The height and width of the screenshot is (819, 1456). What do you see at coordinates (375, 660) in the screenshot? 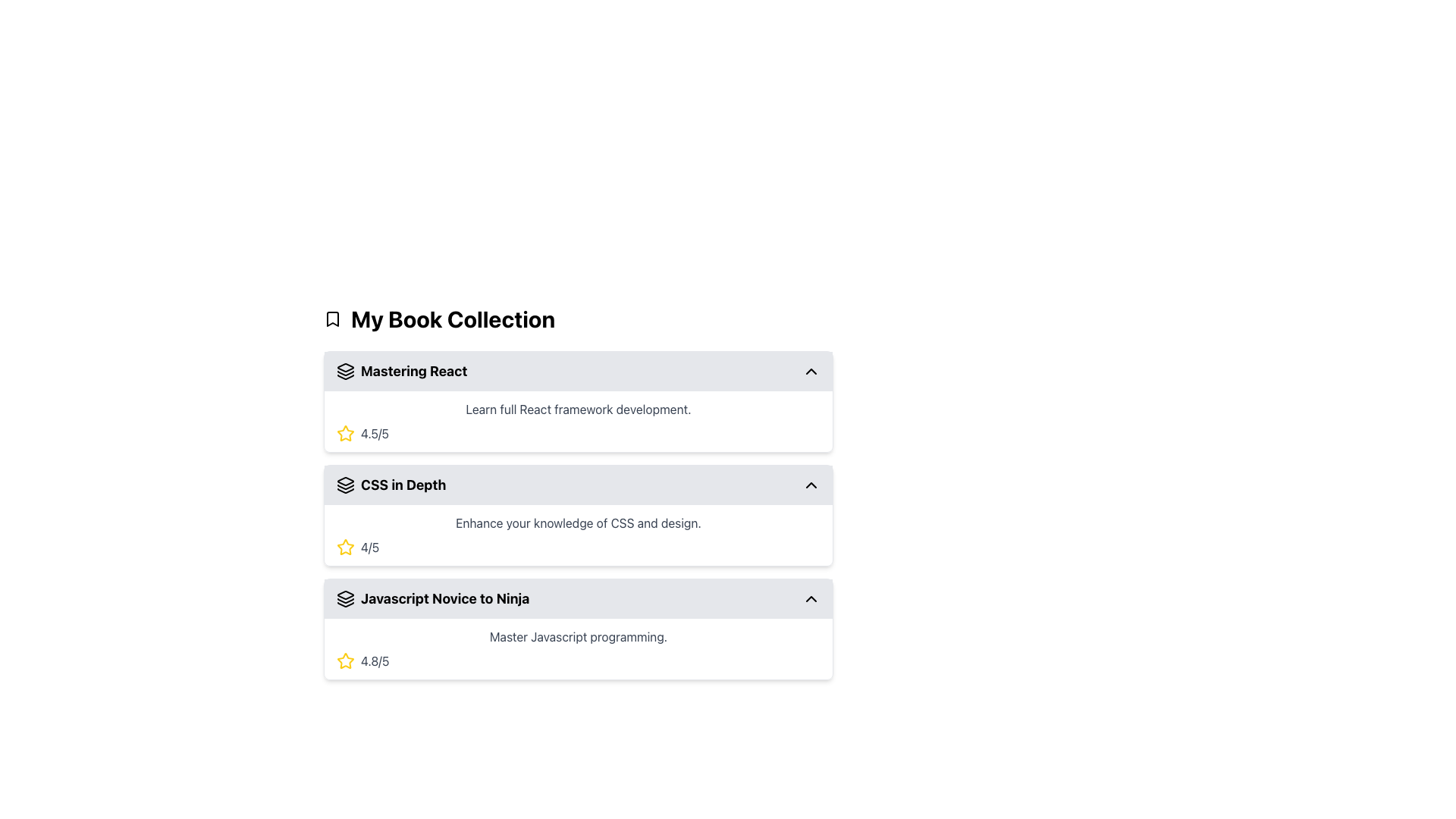
I see `the text displaying '4.8/5' located next to the yellow star icon on the third card titled 'Javascript Novice to Ninja' in the 'My Book Collection' section` at bounding box center [375, 660].